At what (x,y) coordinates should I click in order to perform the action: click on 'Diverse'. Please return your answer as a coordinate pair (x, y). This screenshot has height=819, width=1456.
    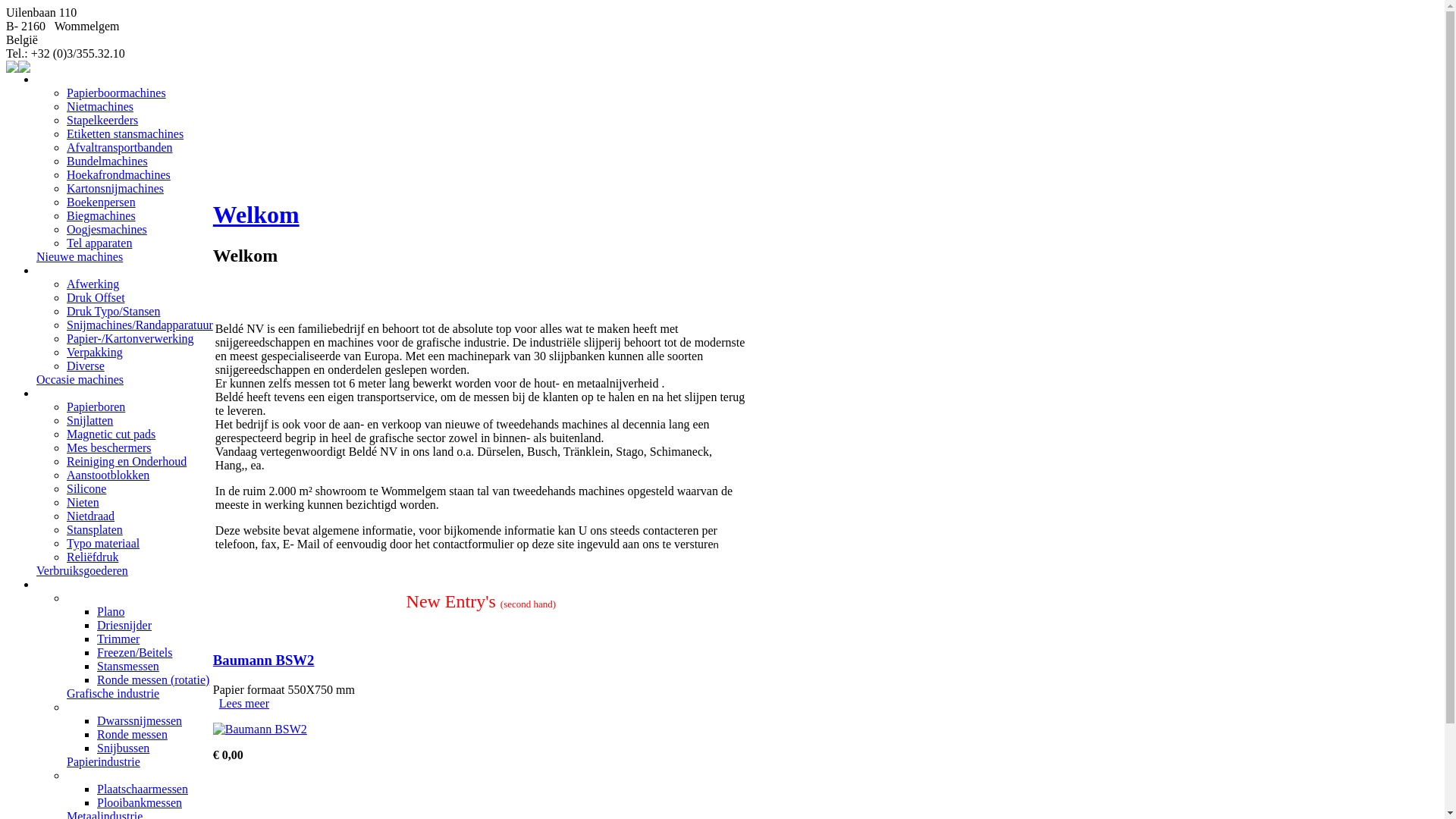
    Looking at the image, I should click on (85, 366).